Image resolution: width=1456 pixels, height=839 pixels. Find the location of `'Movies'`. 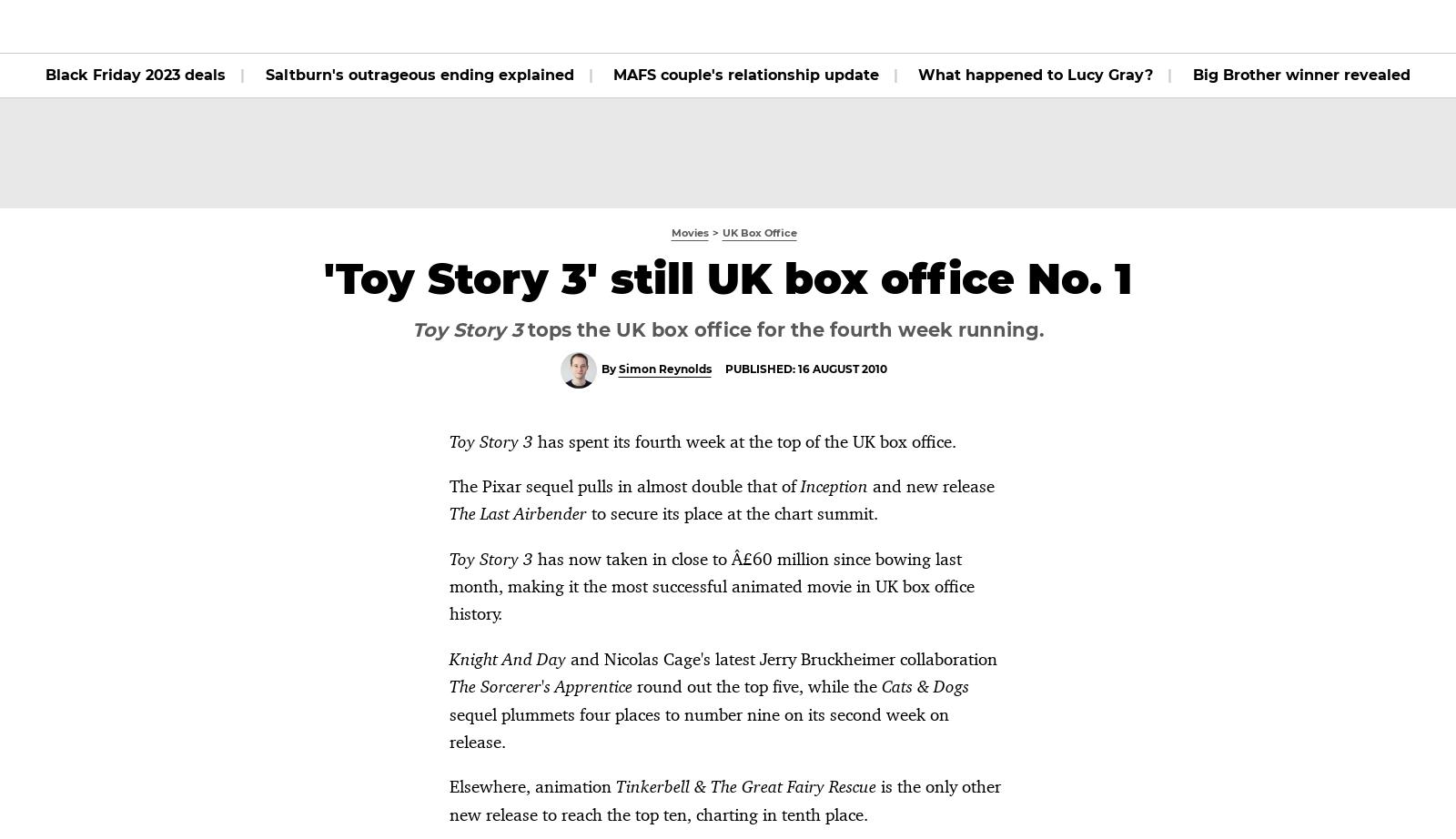

'Movies' is located at coordinates (439, 25).